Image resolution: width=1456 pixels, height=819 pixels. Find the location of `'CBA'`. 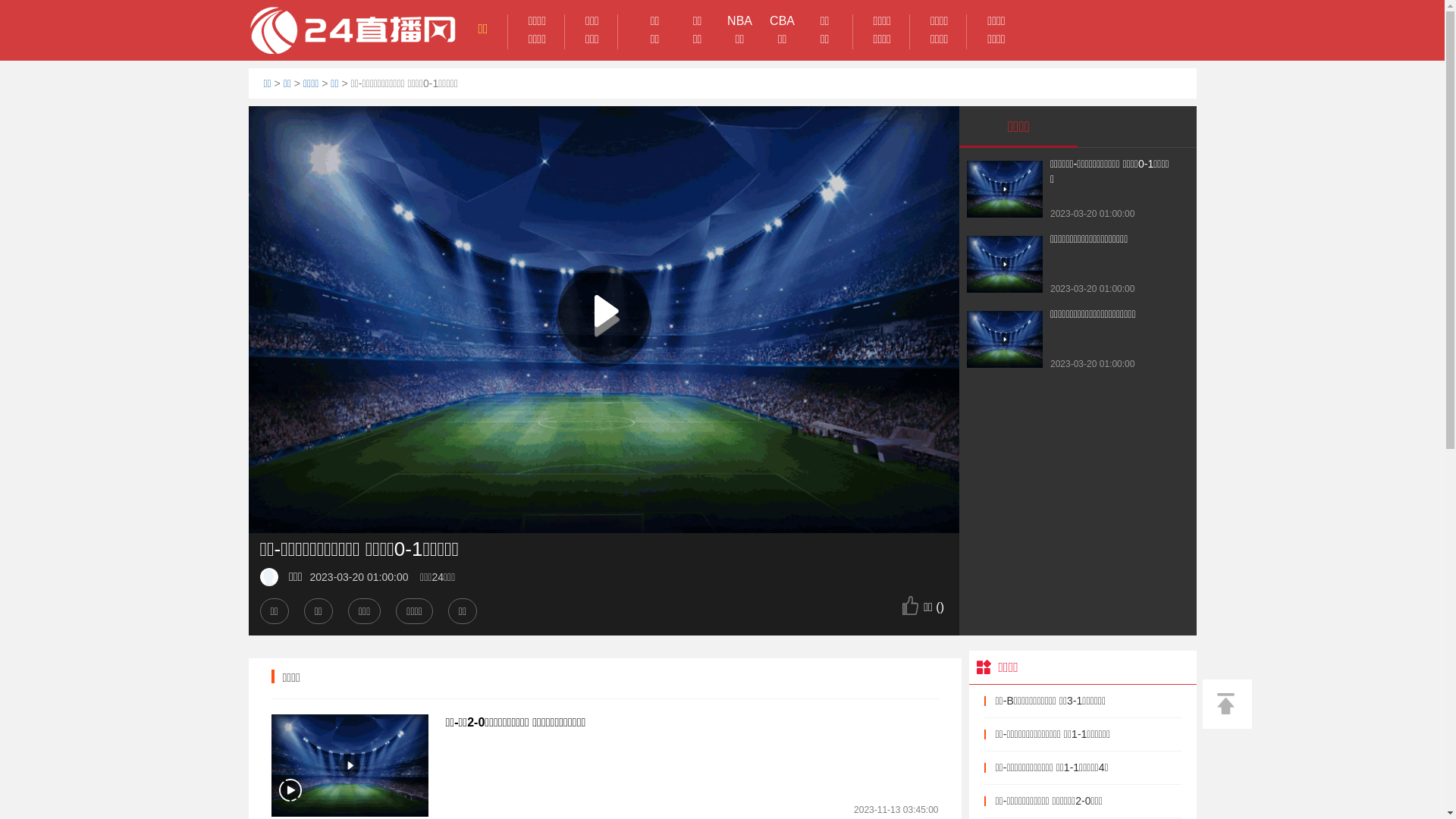

'CBA' is located at coordinates (761, 20).